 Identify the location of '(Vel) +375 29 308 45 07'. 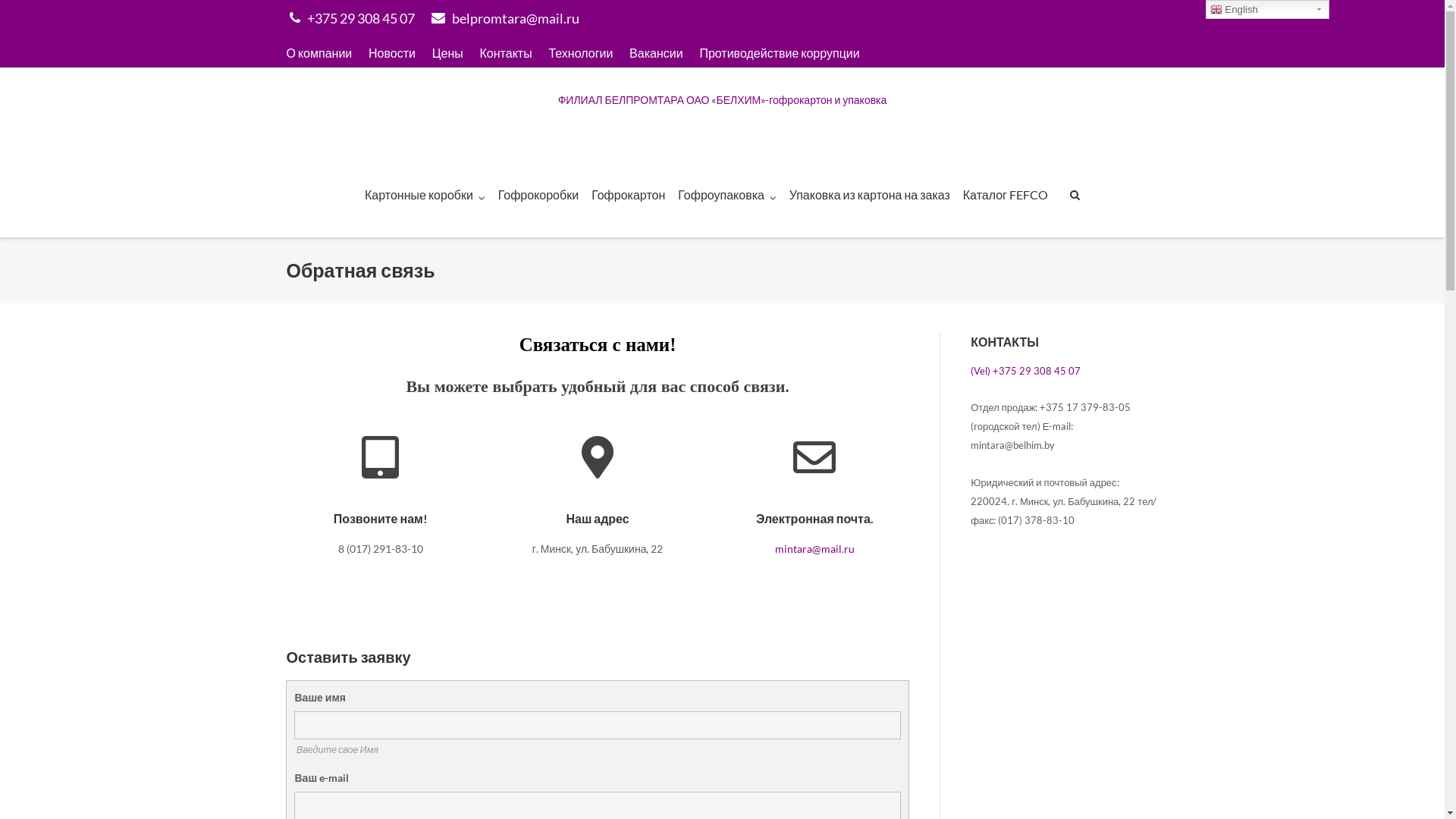
(1025, 371).